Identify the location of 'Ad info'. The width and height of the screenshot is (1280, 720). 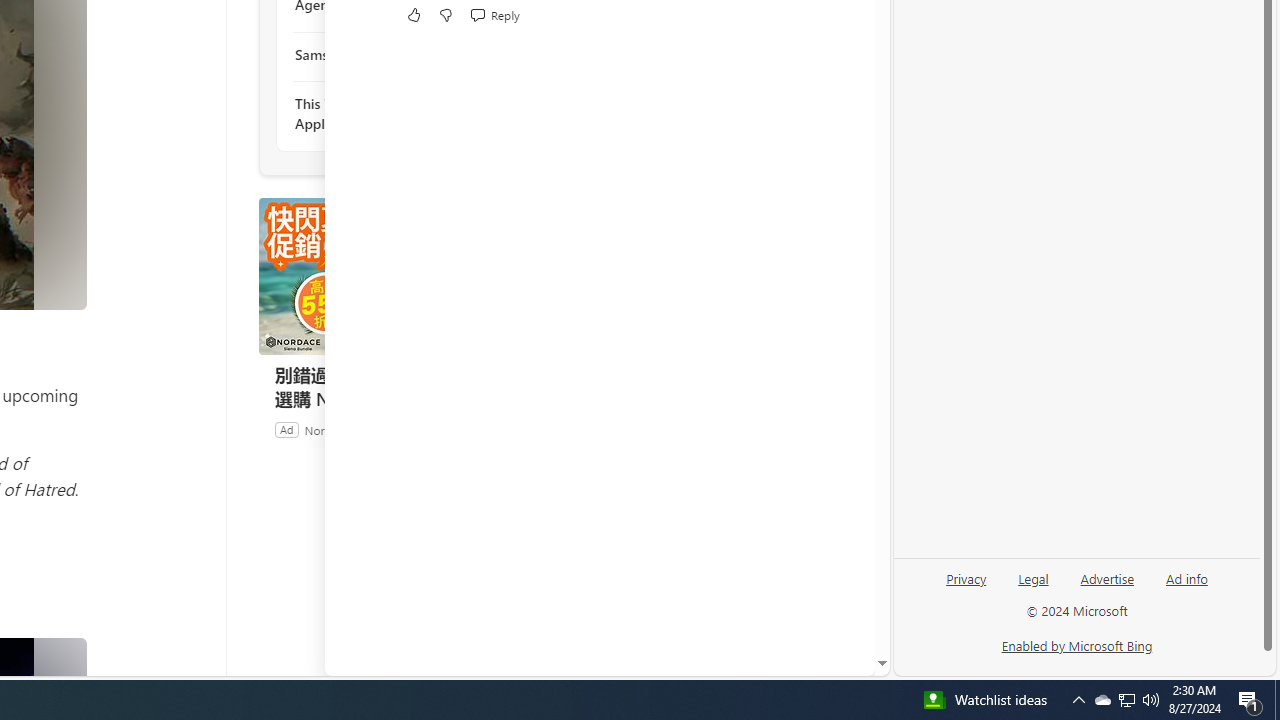
(1187, 577).